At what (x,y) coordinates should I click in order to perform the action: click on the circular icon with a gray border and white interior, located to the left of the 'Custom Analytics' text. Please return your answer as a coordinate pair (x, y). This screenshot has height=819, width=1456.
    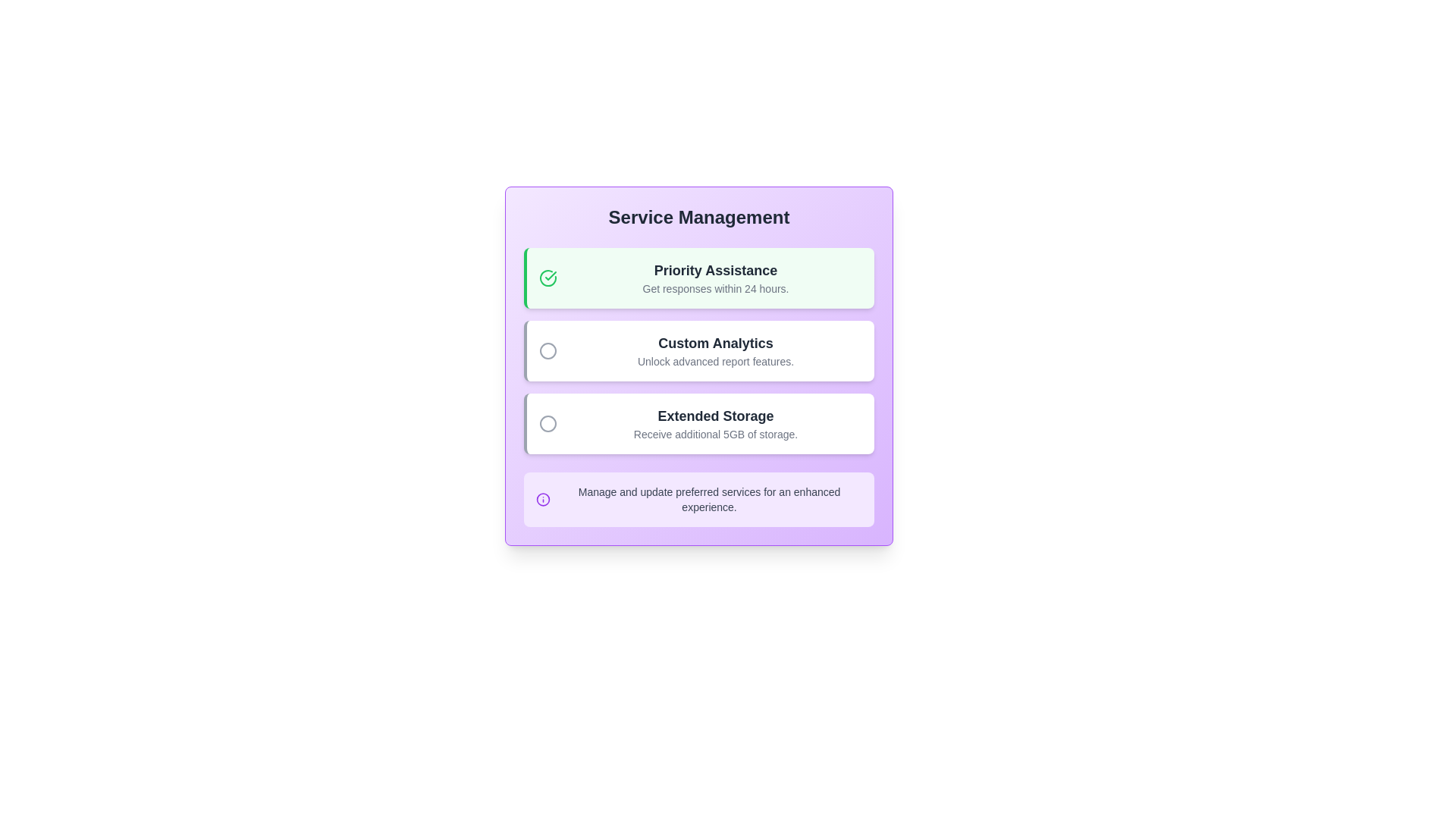
    Looking at the image, I should click on (548, 350).